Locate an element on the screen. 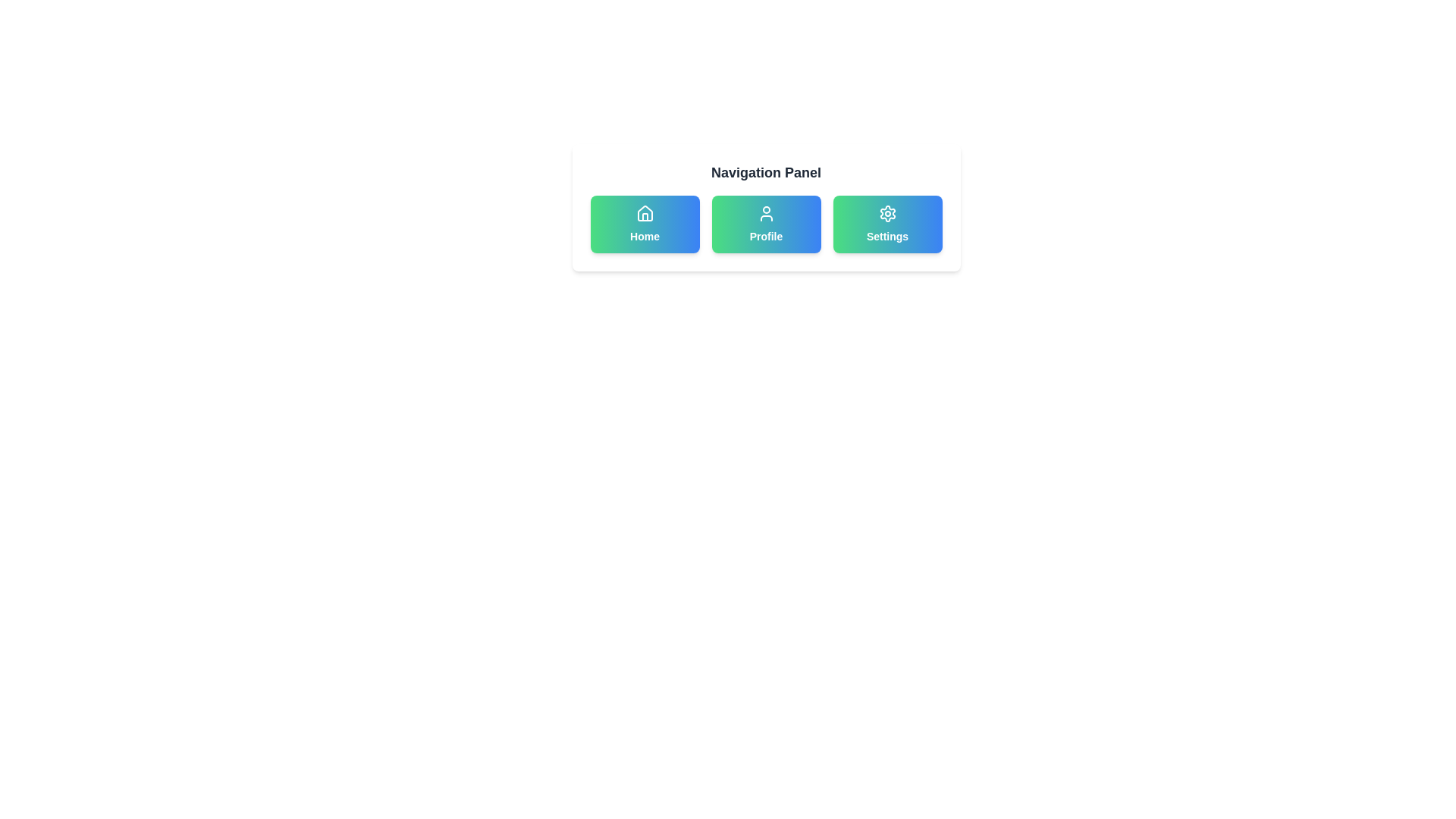  the 'Settings' text label located at the bottom of the rightmost button in the navigation options, which is styled in bold font and serves as a title or button label is located at coordinates (887, 237).